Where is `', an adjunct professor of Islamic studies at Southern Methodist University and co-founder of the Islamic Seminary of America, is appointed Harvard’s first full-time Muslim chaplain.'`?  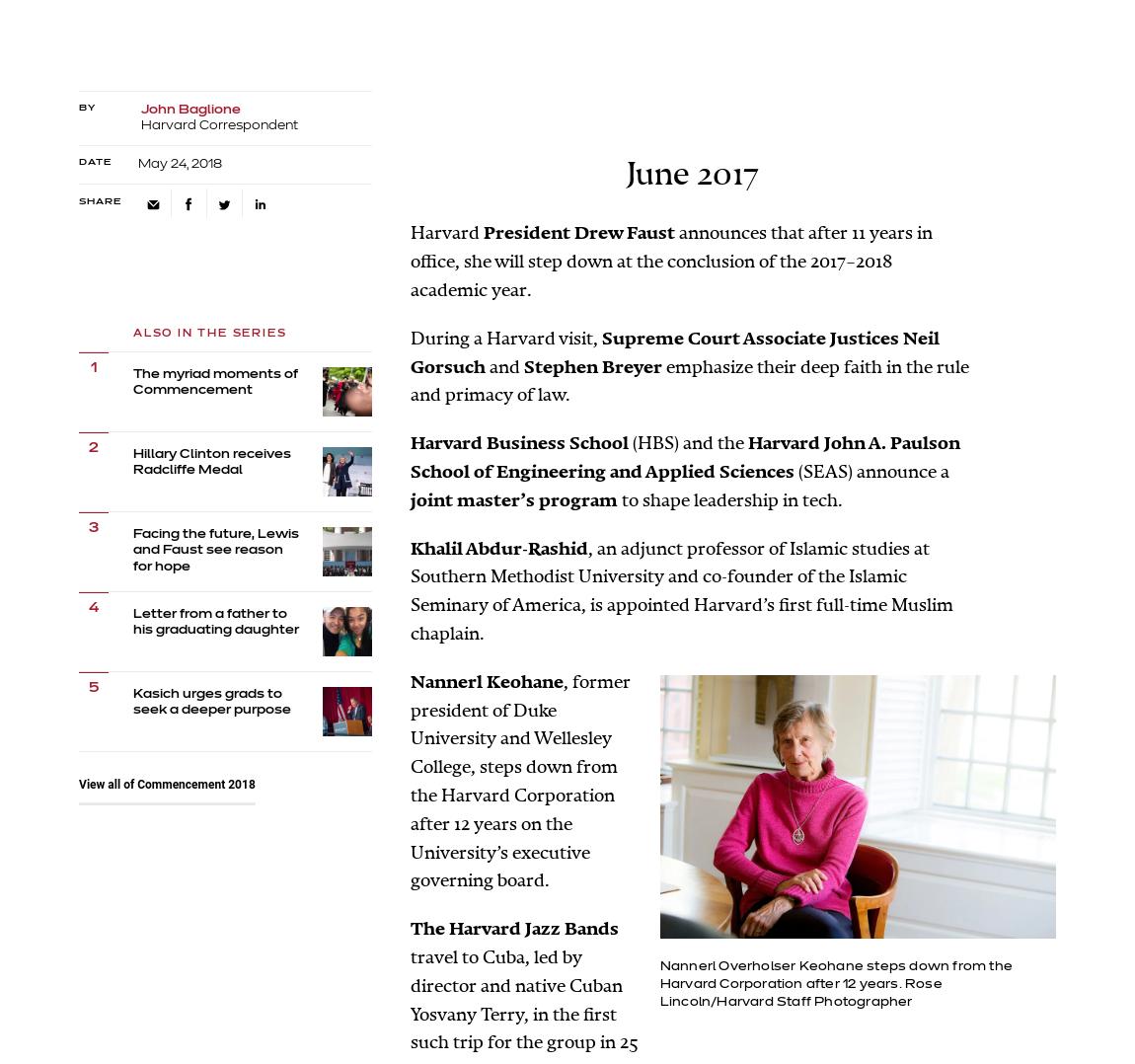
', an adjunct professor of Islamic studies at Southern Methodist University and co-founder of the Islamic Seminary of America, is appointed Harvard’s first full-time Muslim chaplain.' is located at coordinates (681, 590).